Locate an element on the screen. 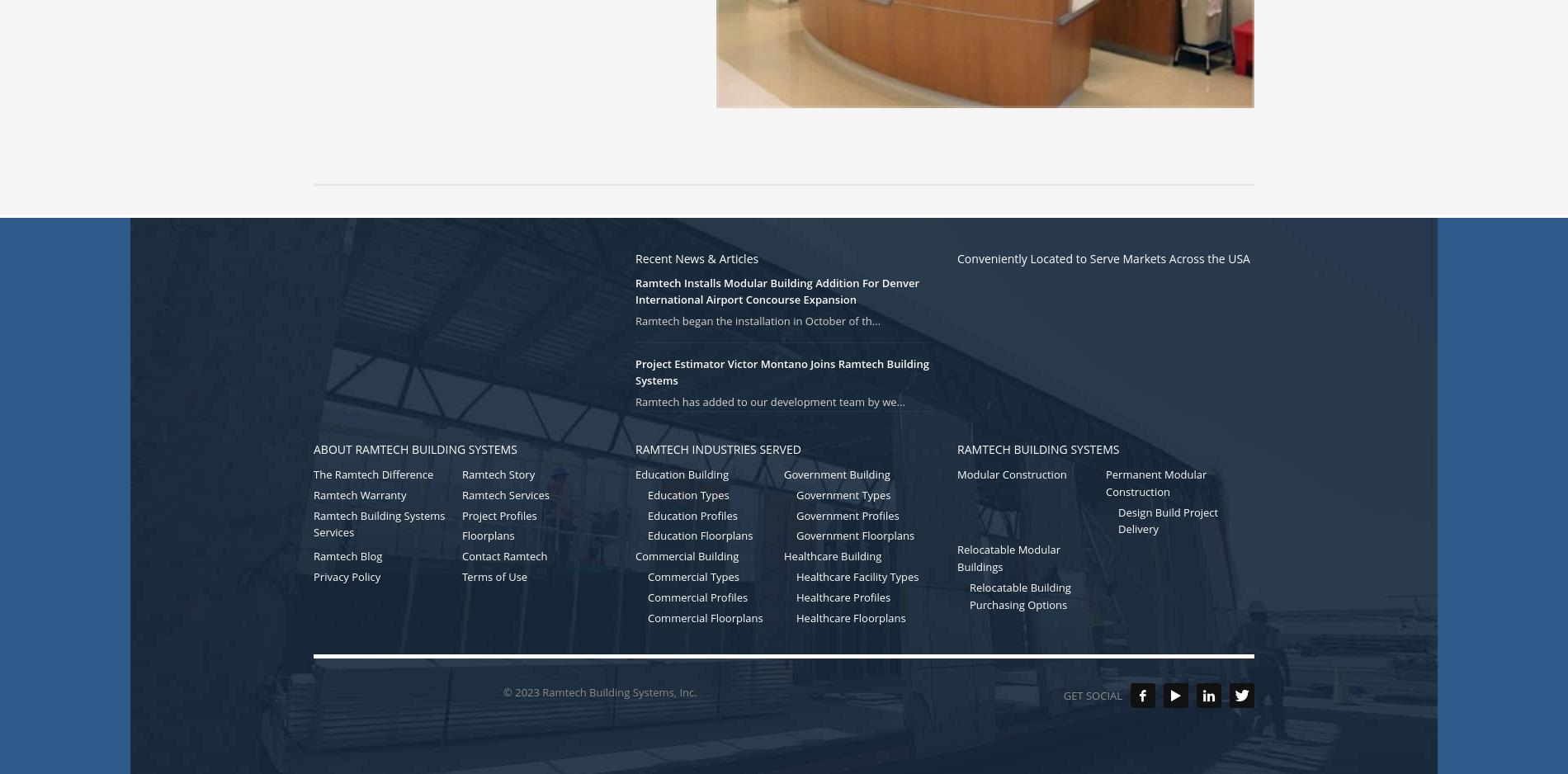 The width and height of the screenshot is (1568, 774). 'Permanent Modular Construction' is located at coordinates (1105, 481).